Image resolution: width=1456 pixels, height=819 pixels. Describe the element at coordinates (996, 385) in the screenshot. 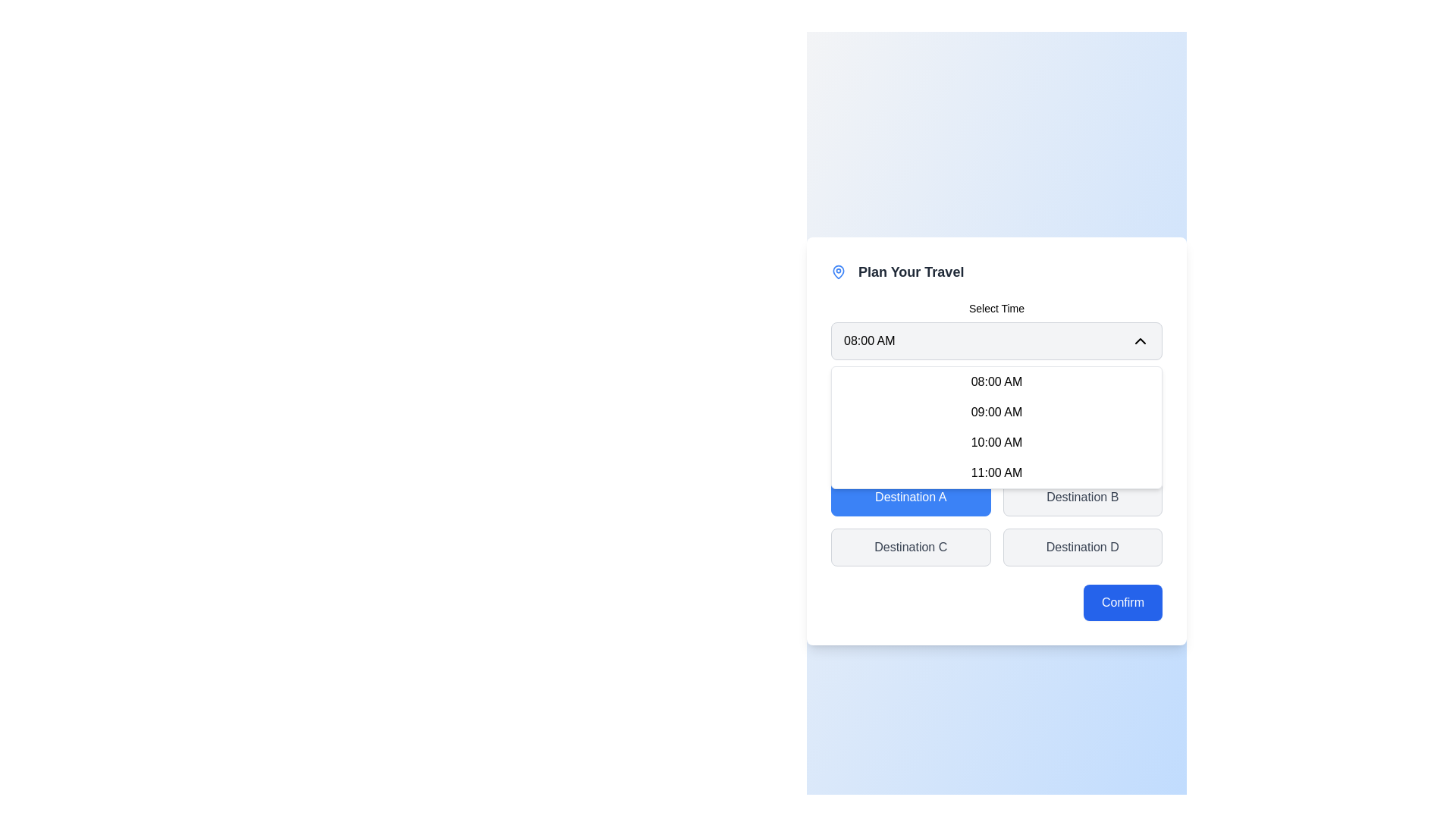

I see `text label that says 'Select Date', which is positioned centrally above the date input field` at that location.